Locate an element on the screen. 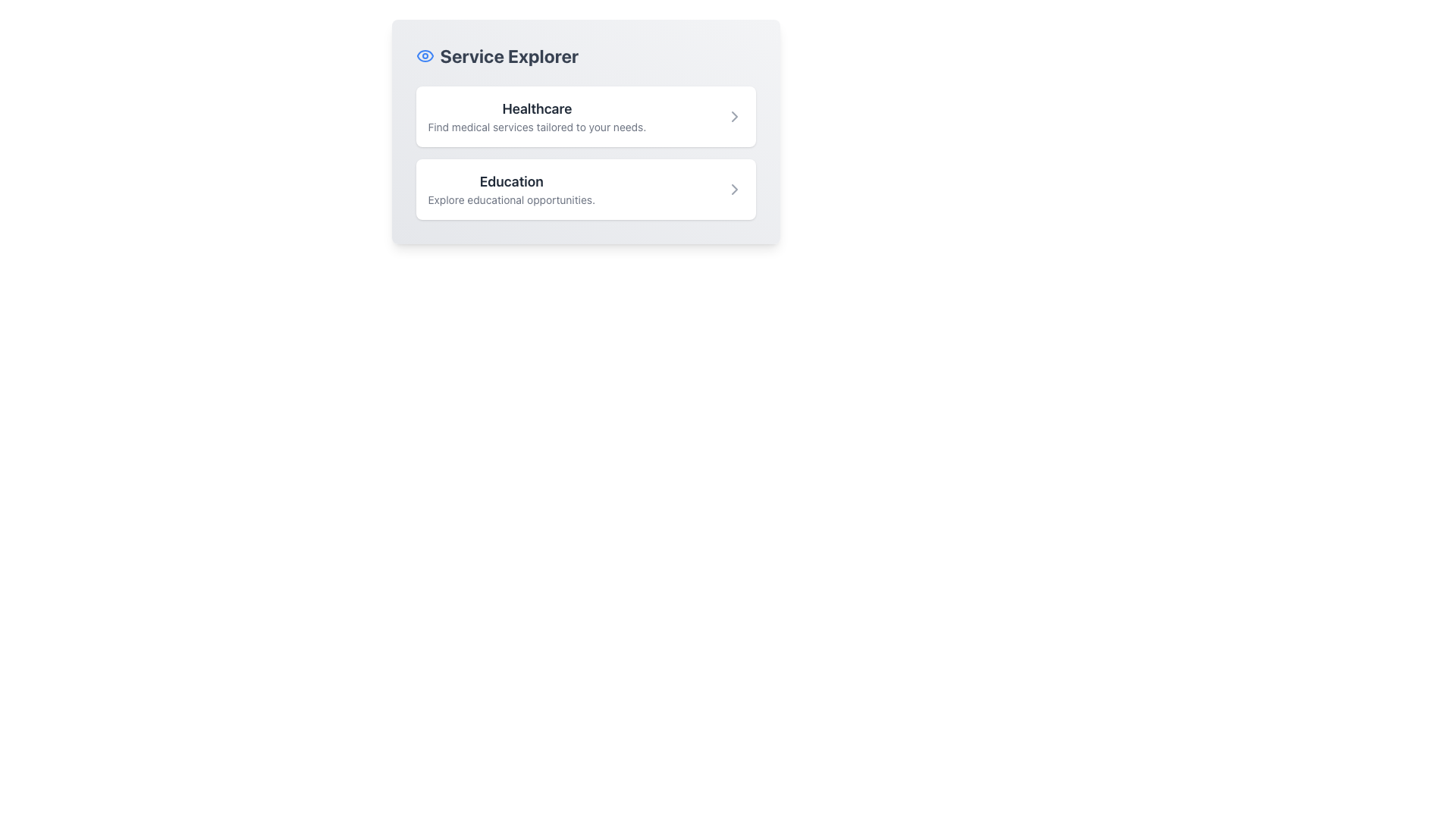 The height and width of the screenshot is (819, 1456). the icon located at the left of the 'Service Explorer' header is located at coordinates (425, 55).